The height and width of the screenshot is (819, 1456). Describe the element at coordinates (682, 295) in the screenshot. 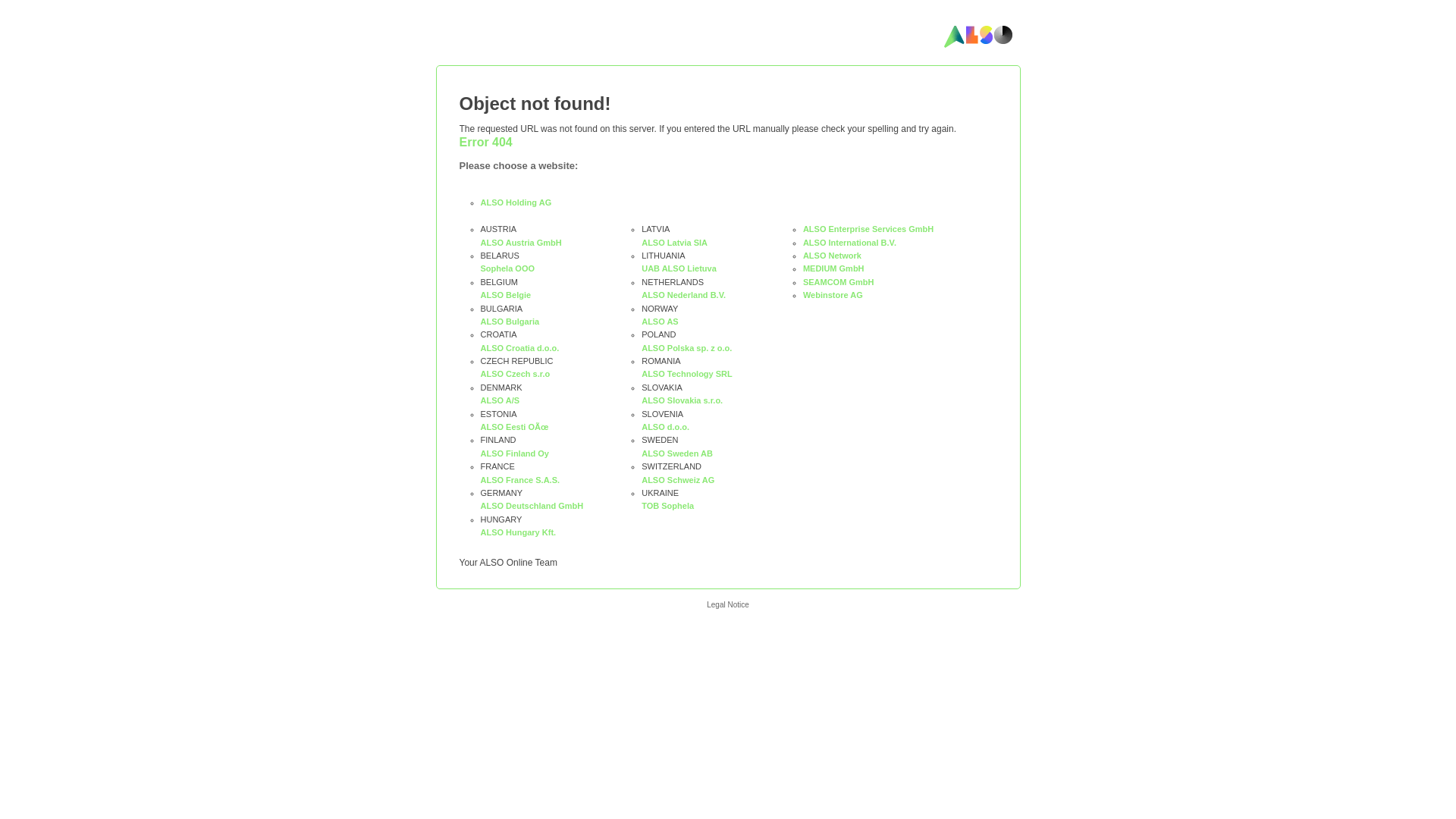

I see `'ALSO Nederland B.V.'` at that location.